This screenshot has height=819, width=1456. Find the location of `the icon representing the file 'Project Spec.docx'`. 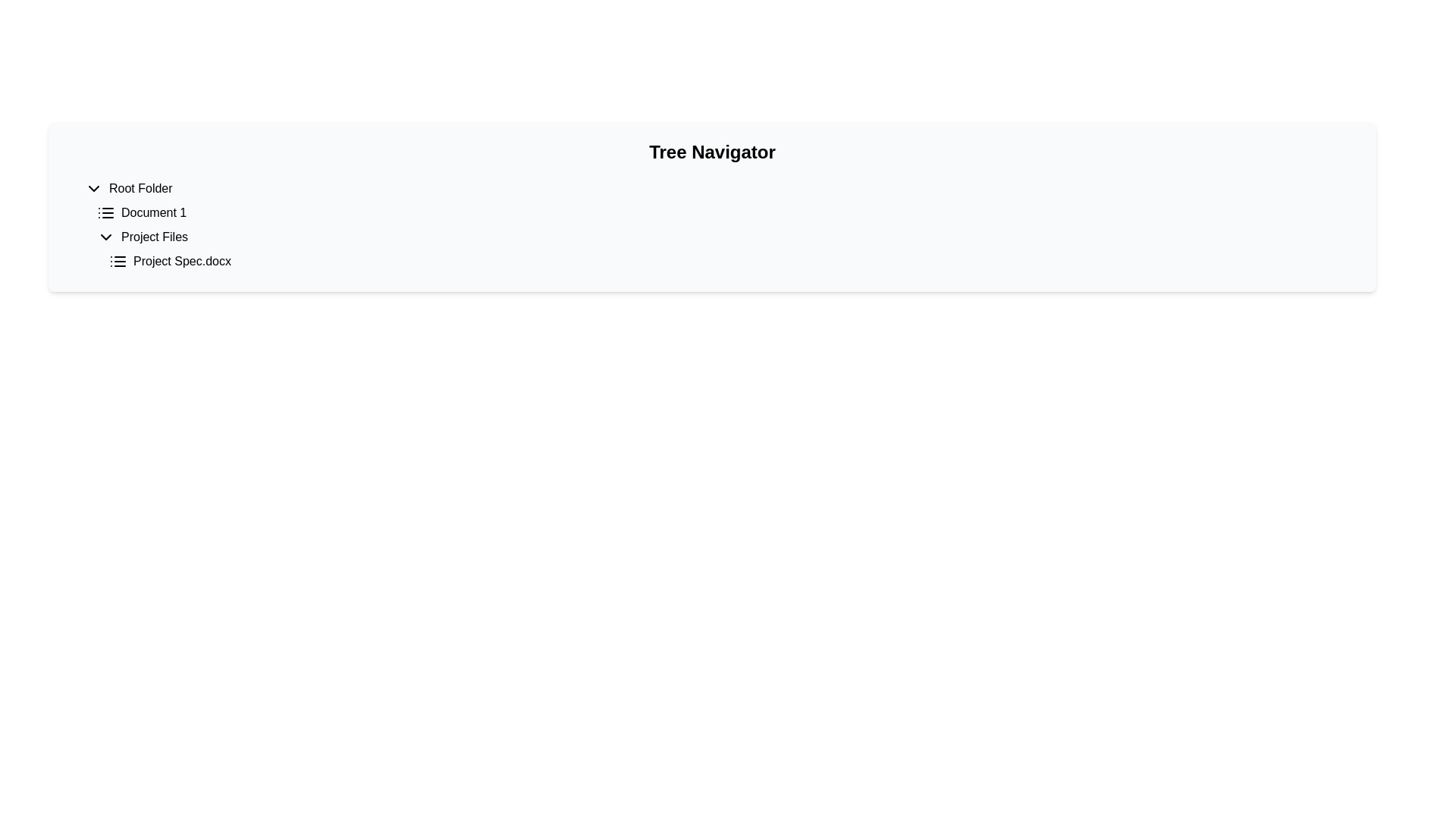

the icon representing the file 'Project Spec.docx' is located at coordinates (118, 260).